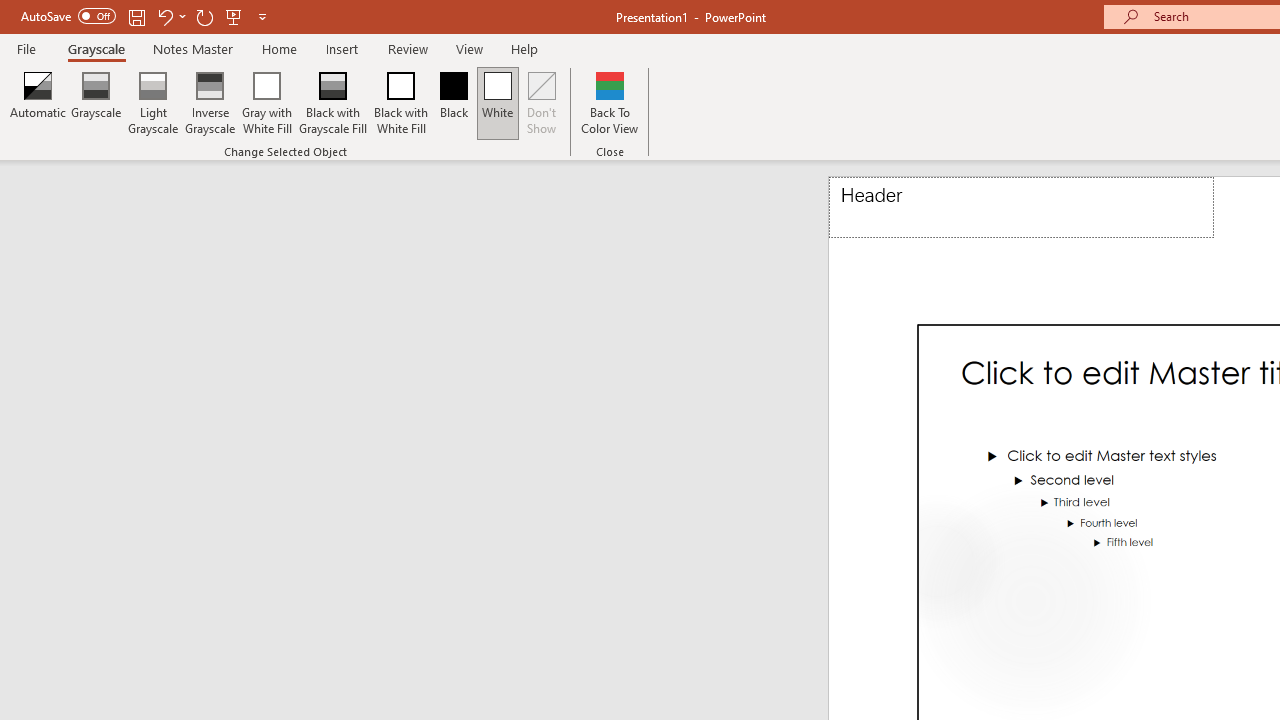  Describe the element at coordinates (608, 103) in the screenshot. I see `'Back To Color View'` at that location.